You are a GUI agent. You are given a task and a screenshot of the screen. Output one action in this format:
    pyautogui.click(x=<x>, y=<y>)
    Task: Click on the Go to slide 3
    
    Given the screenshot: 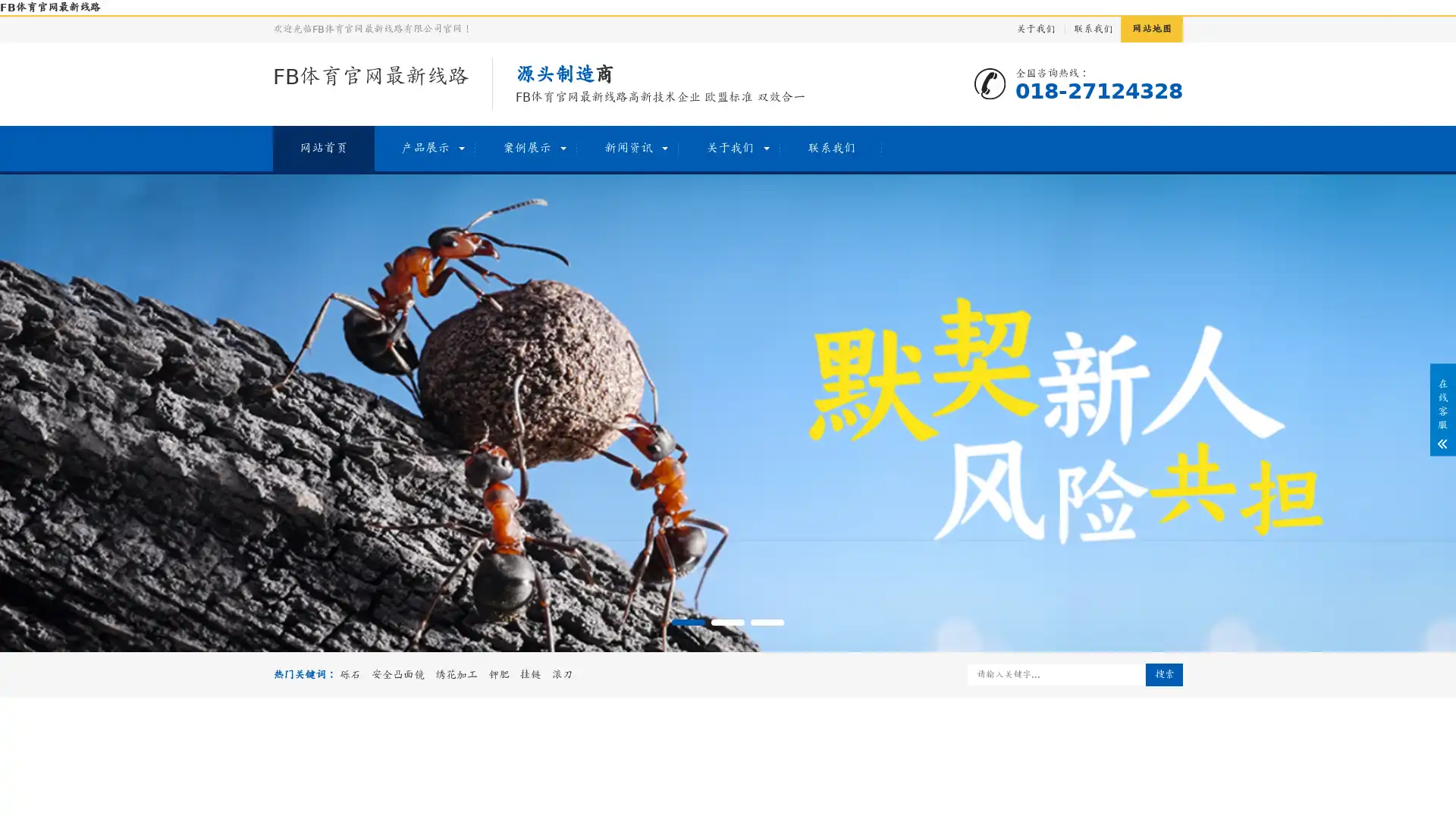 What is the action you would take?
    pyautogui.click(x=767, y=623)
    